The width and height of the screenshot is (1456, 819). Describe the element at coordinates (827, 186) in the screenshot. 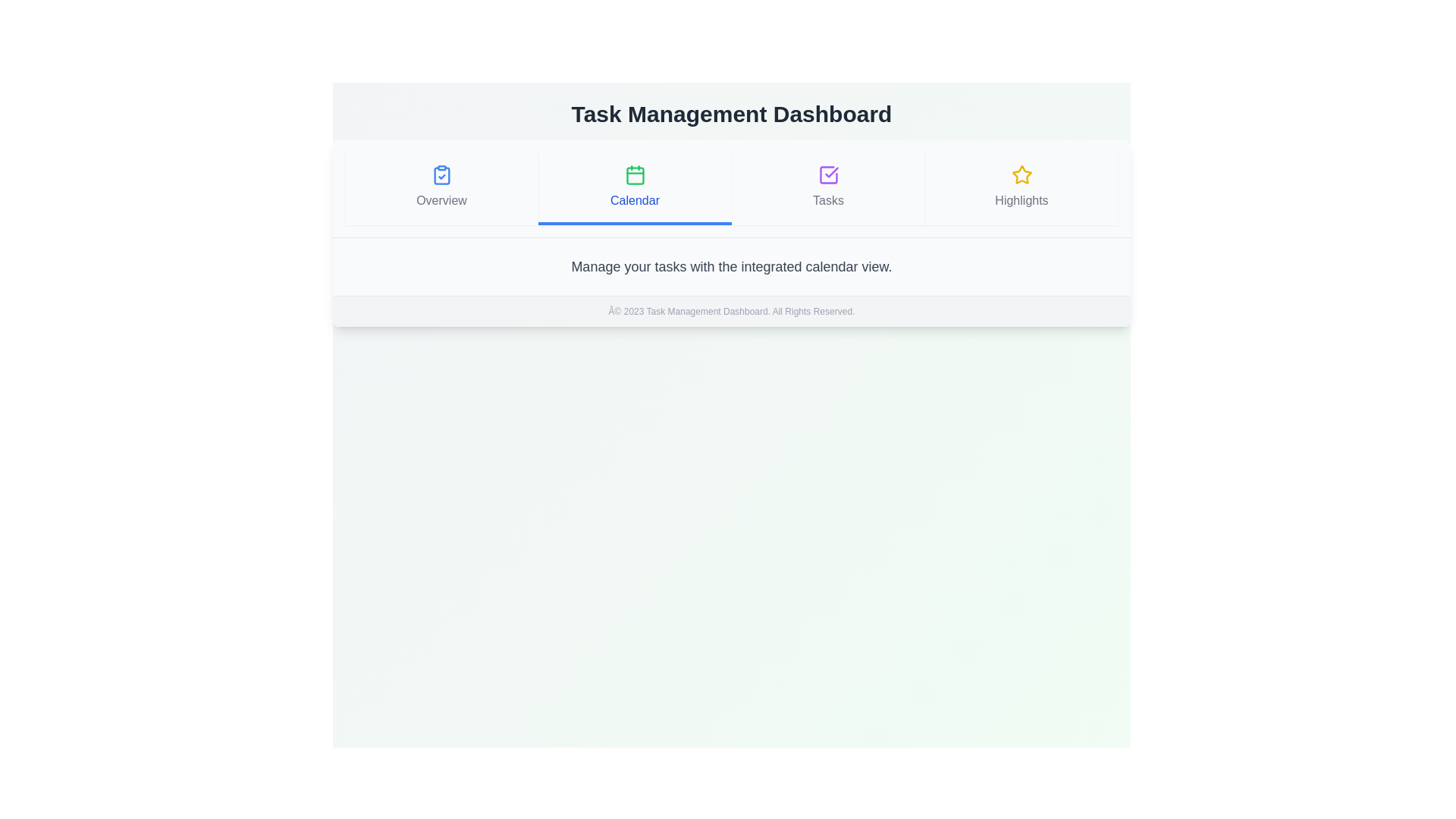

I see `the 'Tasks' navigation button, which features a purple checkbox icon with a checkmark and is centrally aligned with the label below it` at that location.